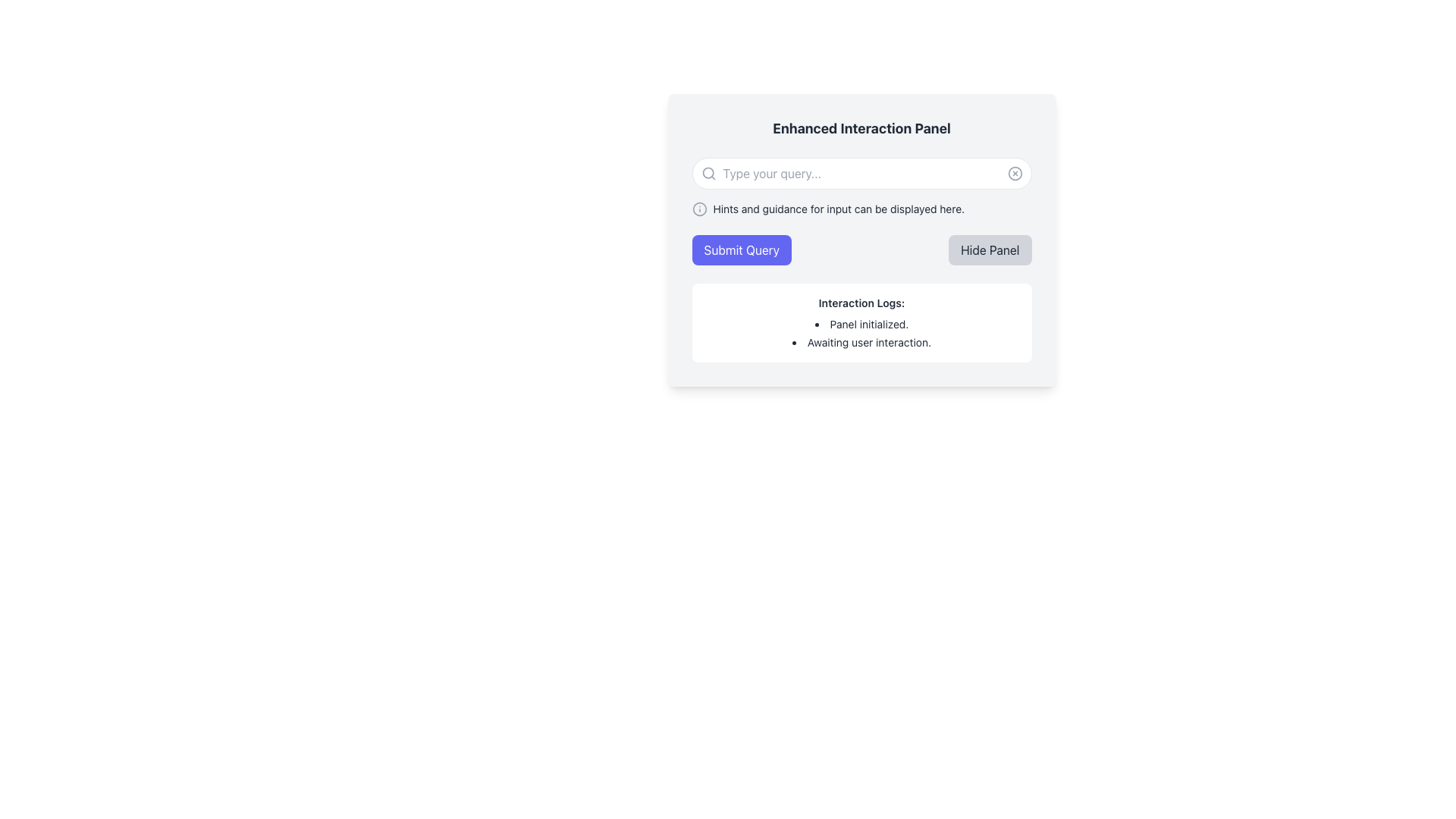 The height and width of the screenshot is (819, 1456). What do you see at coordinates (861, 324) in the screenshot?
I see `the text list item displaying 'Panel initialized.' which is the first item in the bullet-point log under the 'Interaction Logs:' section` at bounding box center [861, 324].